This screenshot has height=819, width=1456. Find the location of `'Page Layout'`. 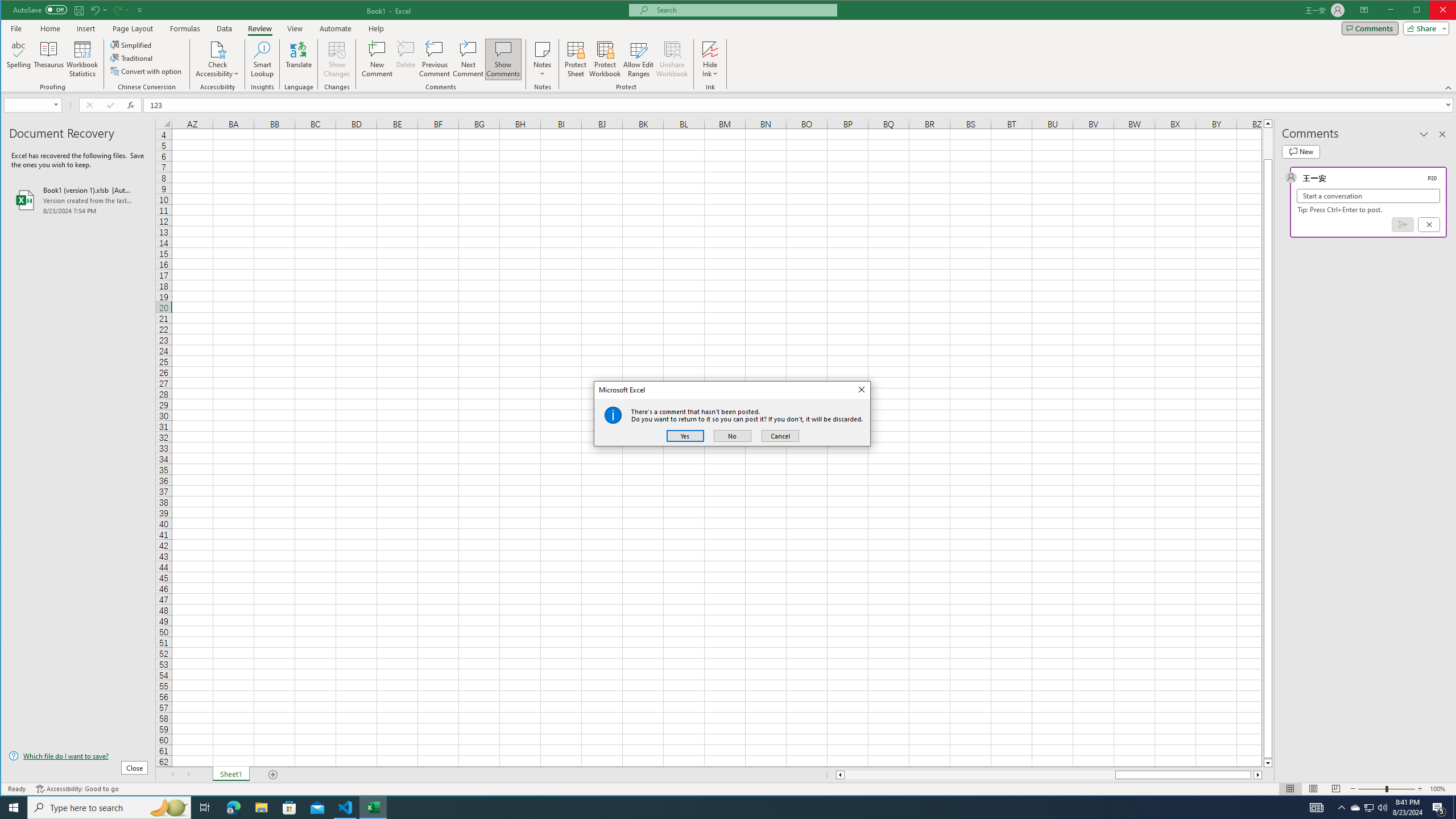

'Page Layout' is located at coordinates (132, 28).